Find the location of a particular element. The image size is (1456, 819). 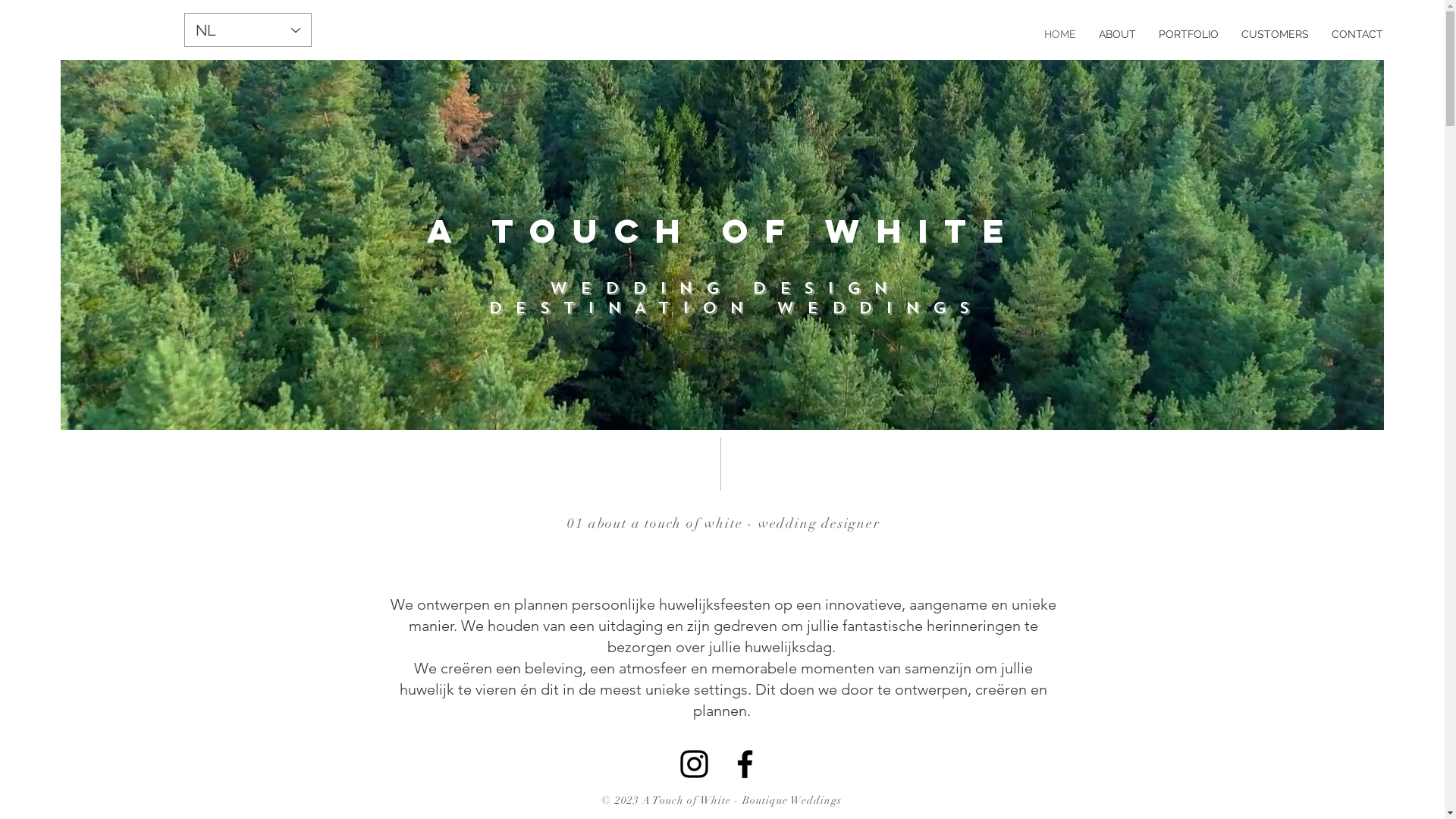

'CONTACT' is located at coordinates (1357, 34).